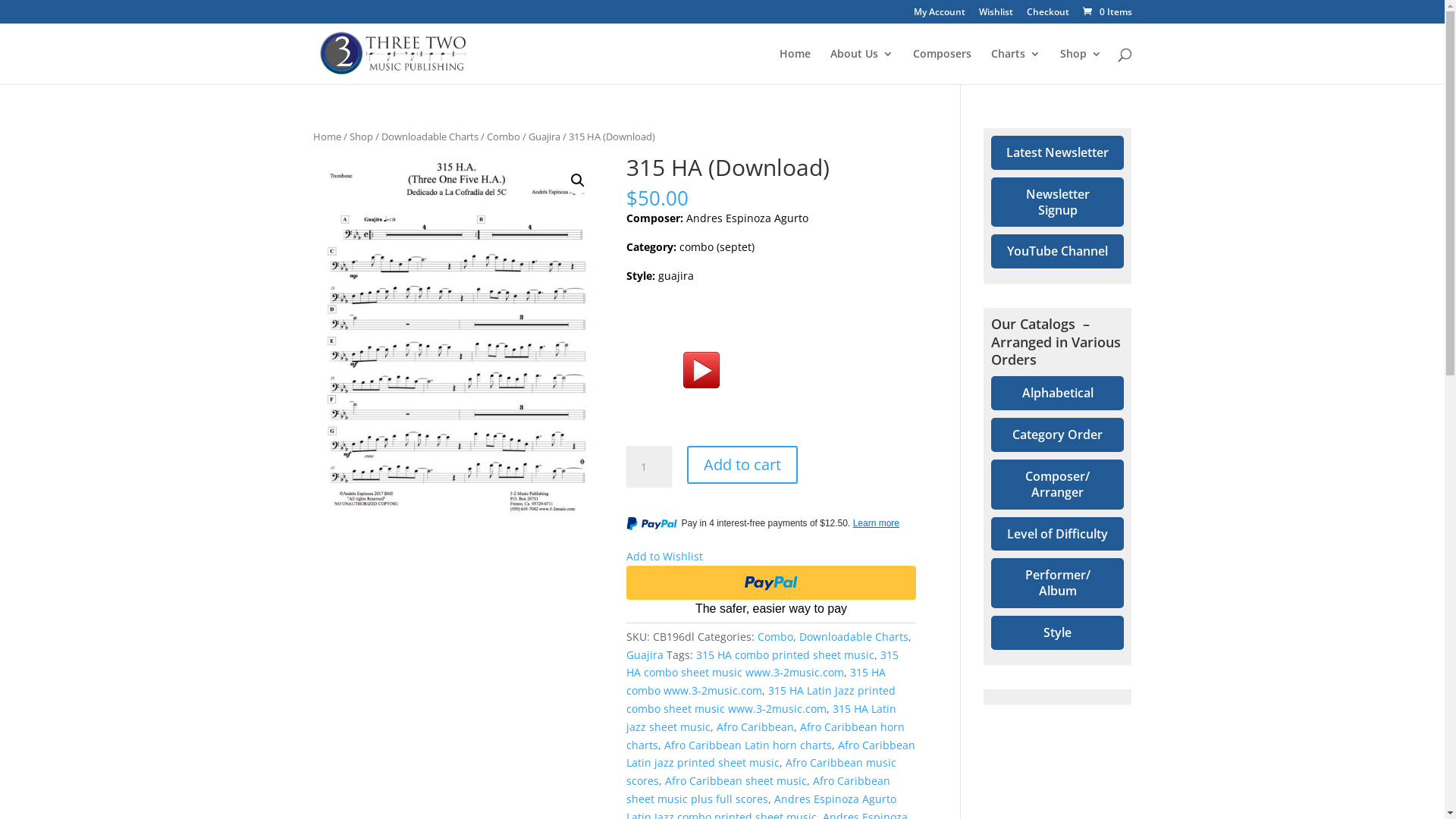  What do you see at coordinates (756, 680) in the screenshot?
I see `'315 HA combo www.3-2music.com'` at bounding box center [756, 680].